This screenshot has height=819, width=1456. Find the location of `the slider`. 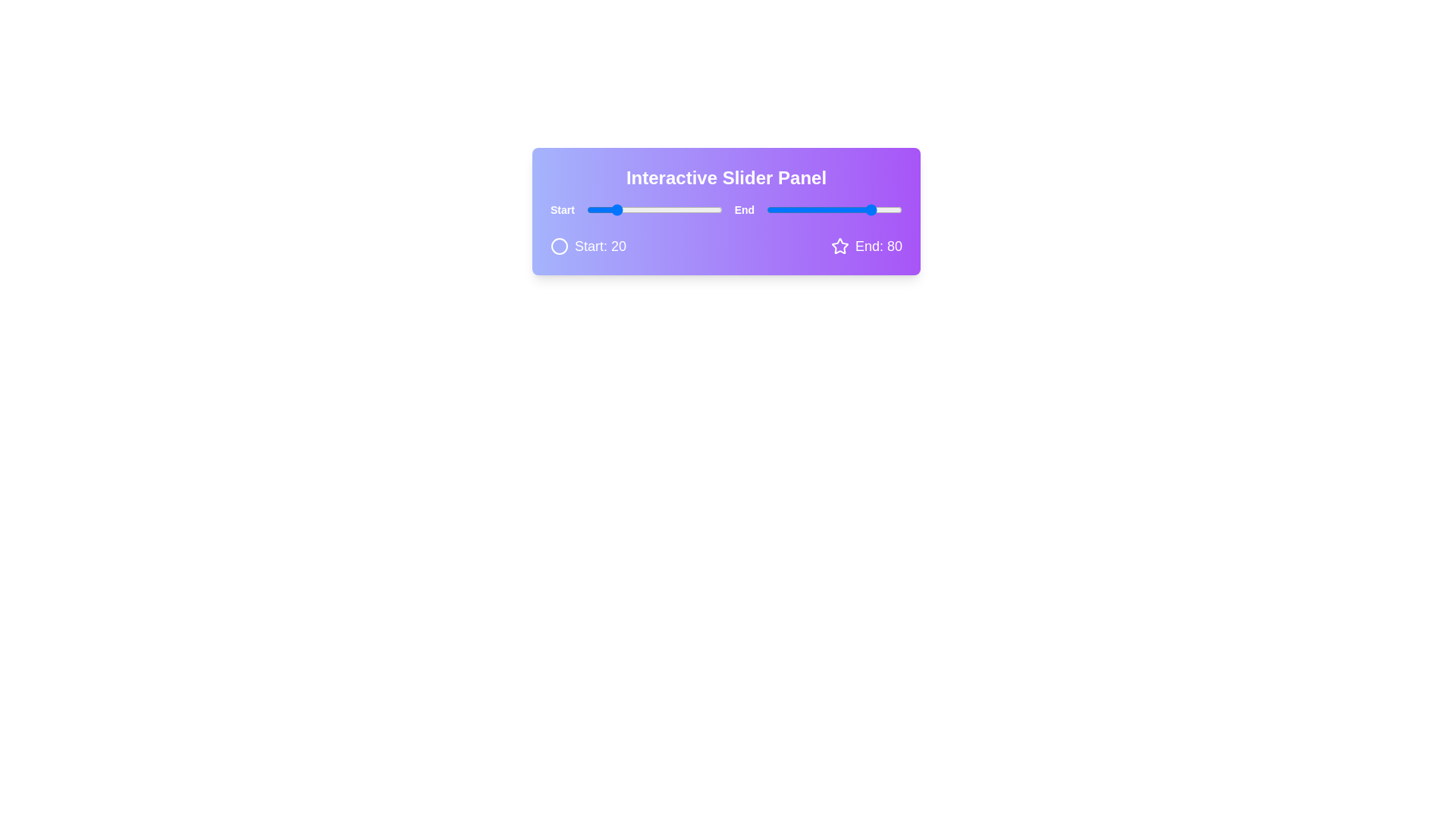

the slider is located at coordinates (773, 210).